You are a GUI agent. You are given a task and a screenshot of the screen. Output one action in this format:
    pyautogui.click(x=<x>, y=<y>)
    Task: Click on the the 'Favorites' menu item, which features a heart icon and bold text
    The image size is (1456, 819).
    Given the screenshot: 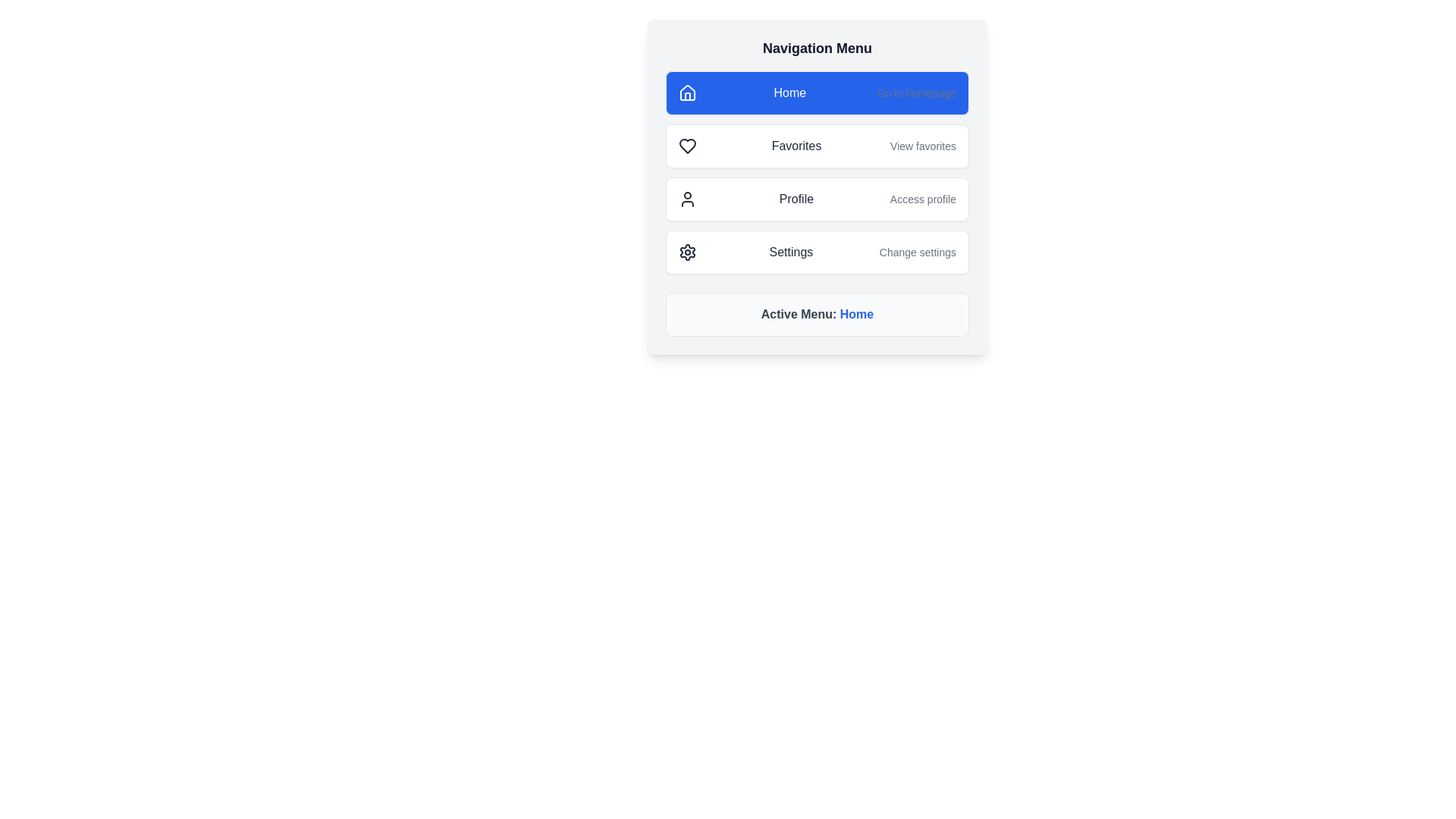 What is the action you would take?
    pyautogui.click(x=817, y=146)
    